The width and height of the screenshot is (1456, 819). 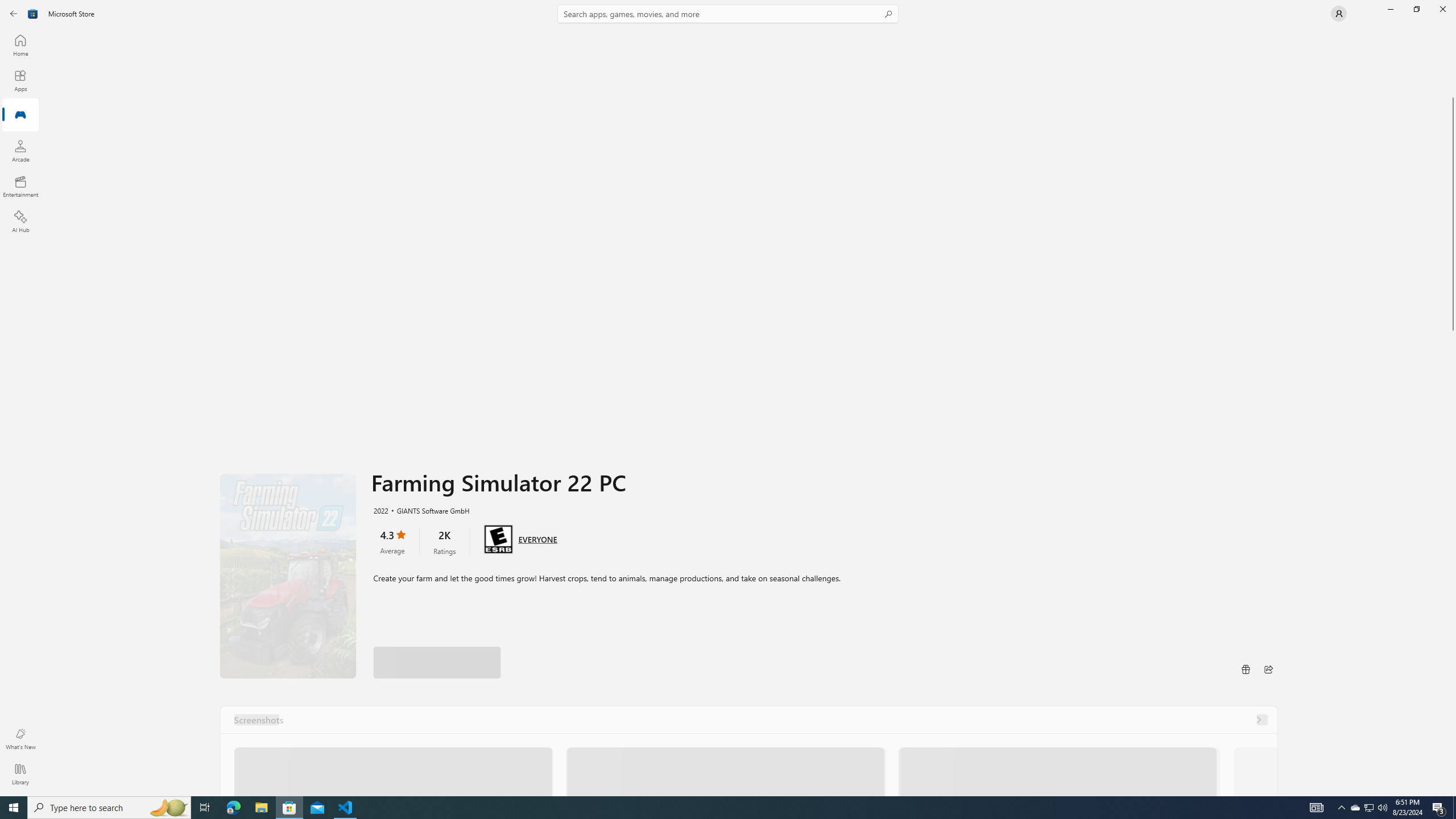 I want to click on 'Search', so click(x=728, y=13).